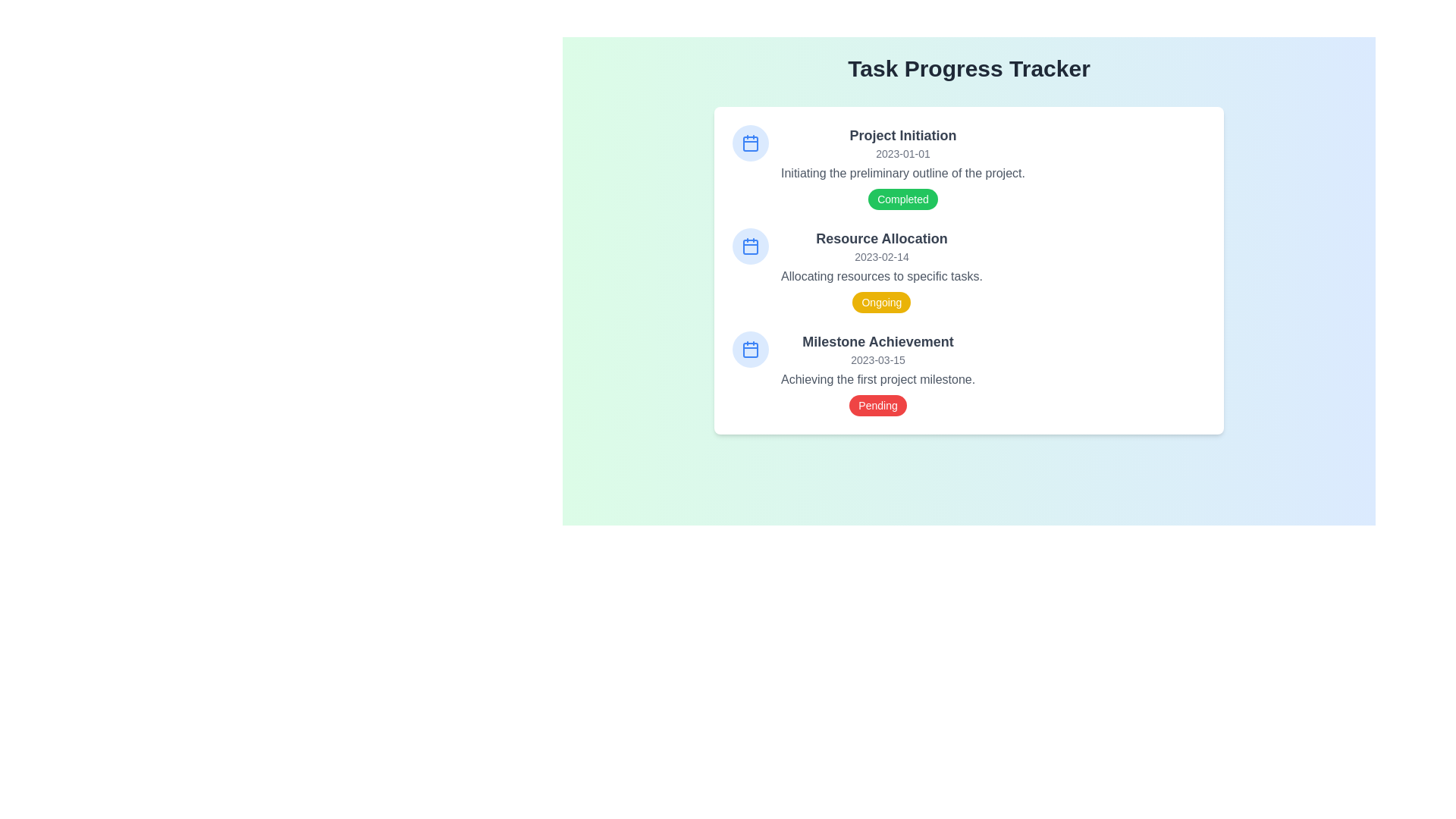 The height and width of the screenshot is (819, 1456). I want to click on the date label element located directly below the 'Resource Allocation' title in the task list for accessibility readers, so click(881, 256).